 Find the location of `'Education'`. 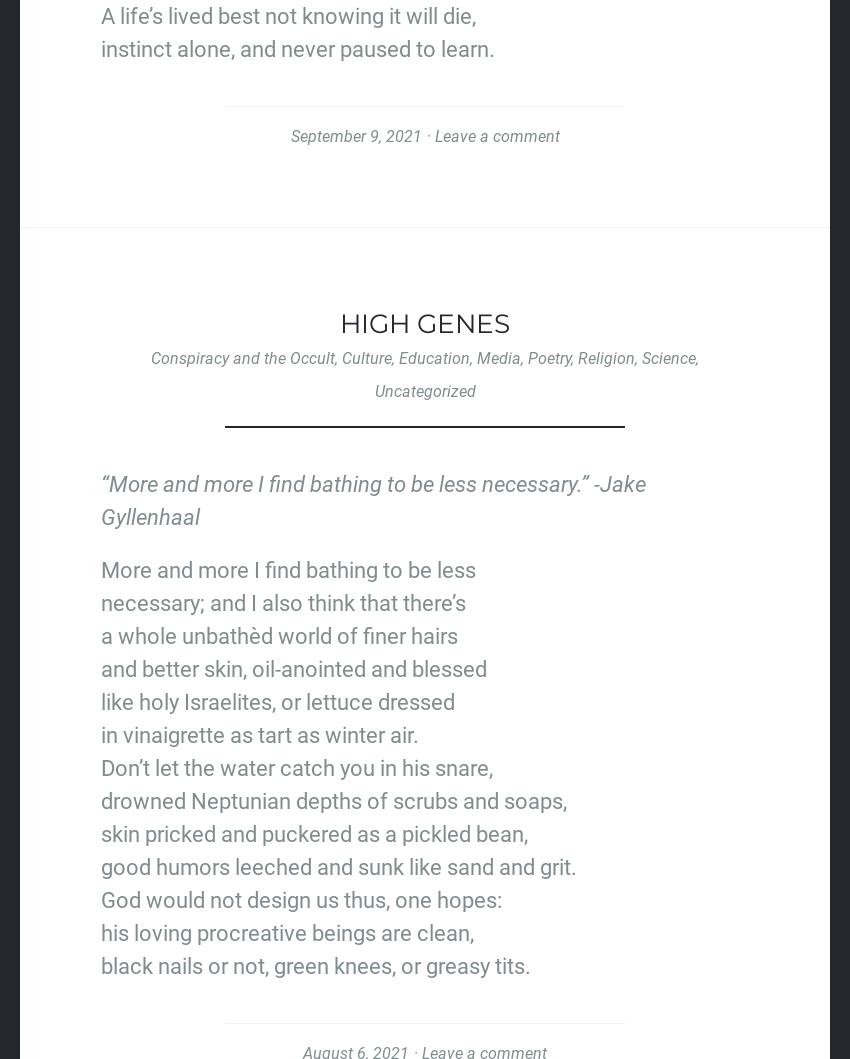

'Education' is located at coordinates (433, 357).